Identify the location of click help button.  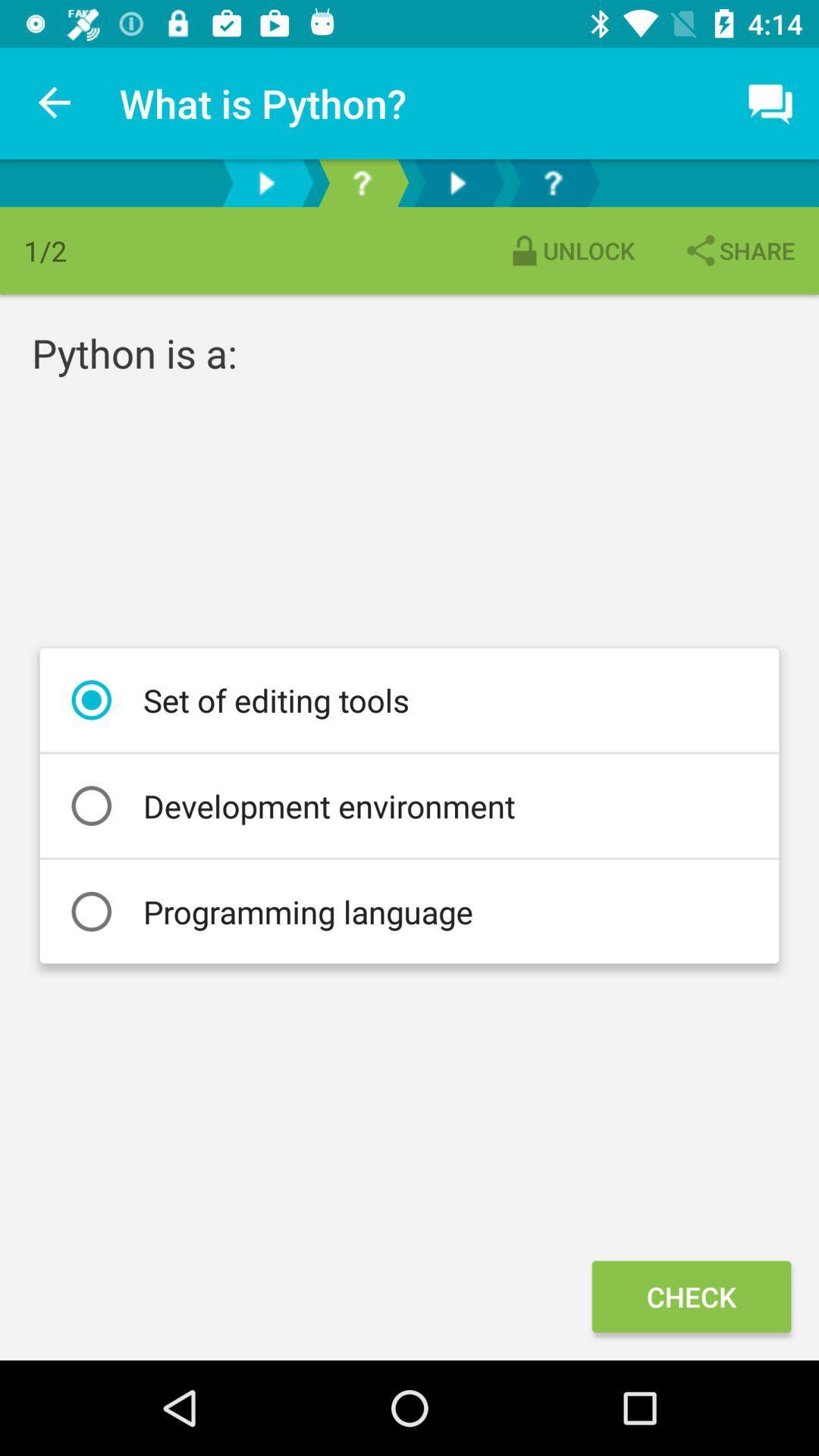
(362, 182).